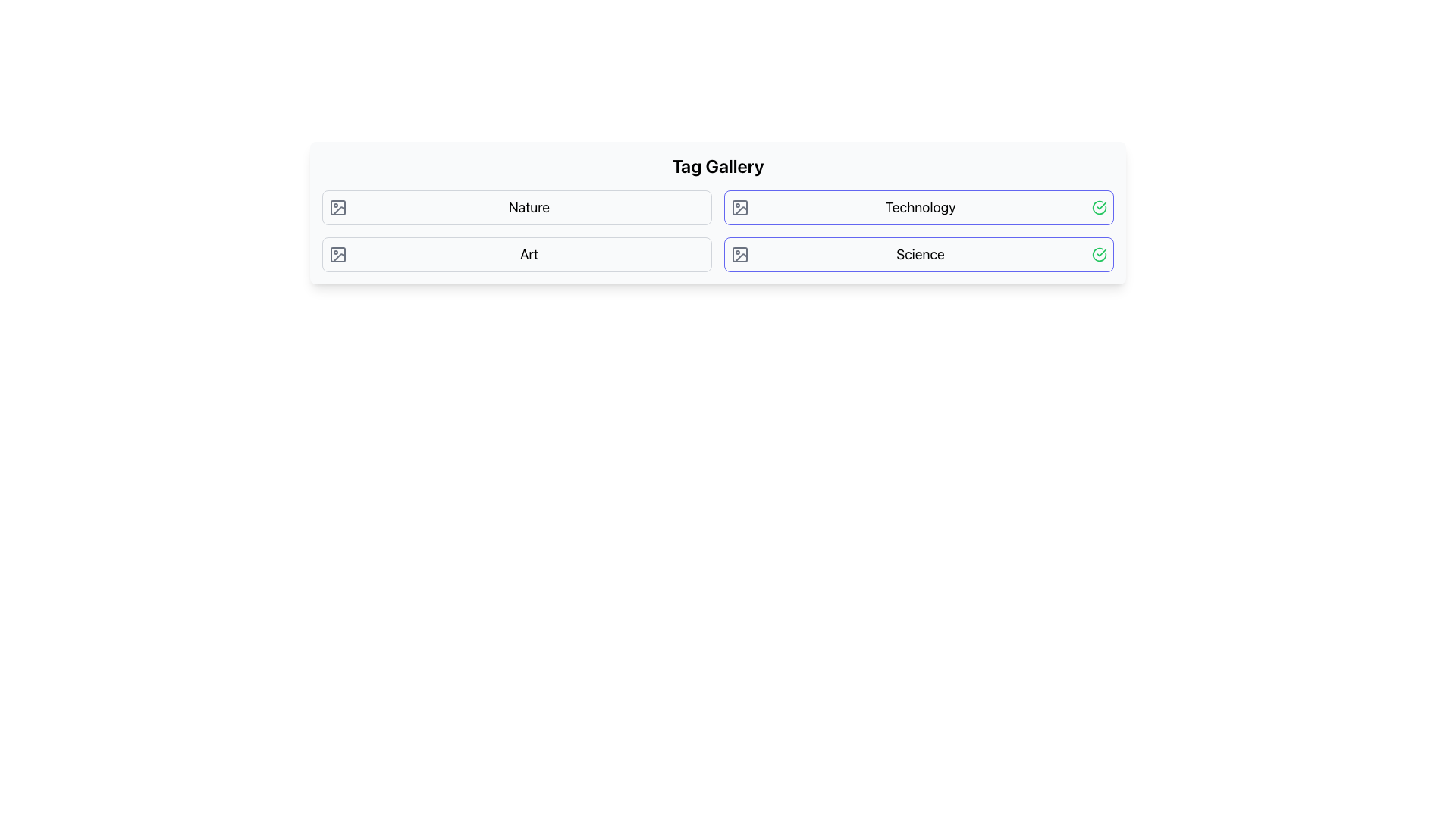 This screenshot has width=1456, height=819. I want to click on the graphical subcomponent within the SVG that represents the technology button in the top-right section of the layout, so click(741, 211).